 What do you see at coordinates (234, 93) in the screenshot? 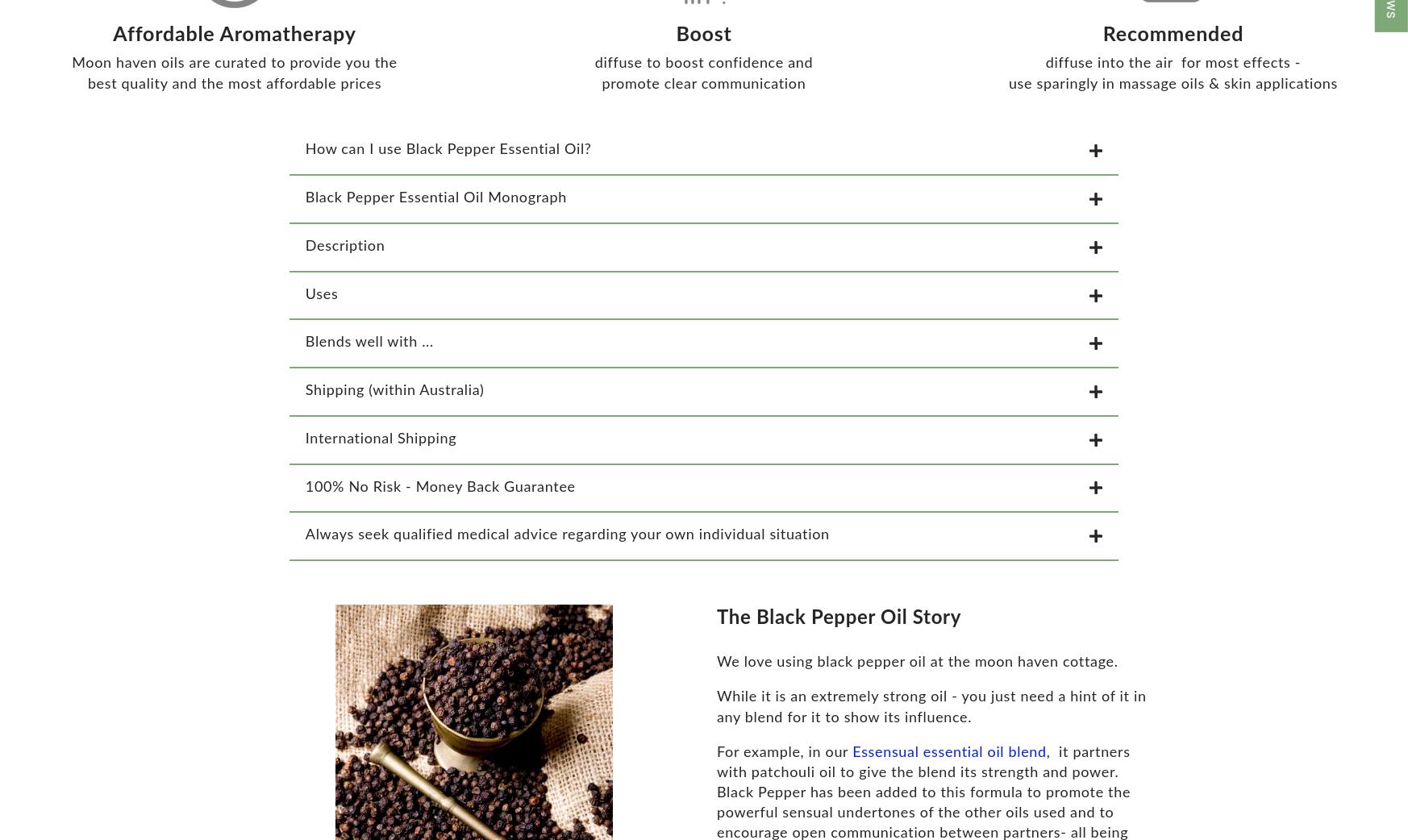
I see `'best quality and the most affordable prices'` at bounding box center [234, 93].